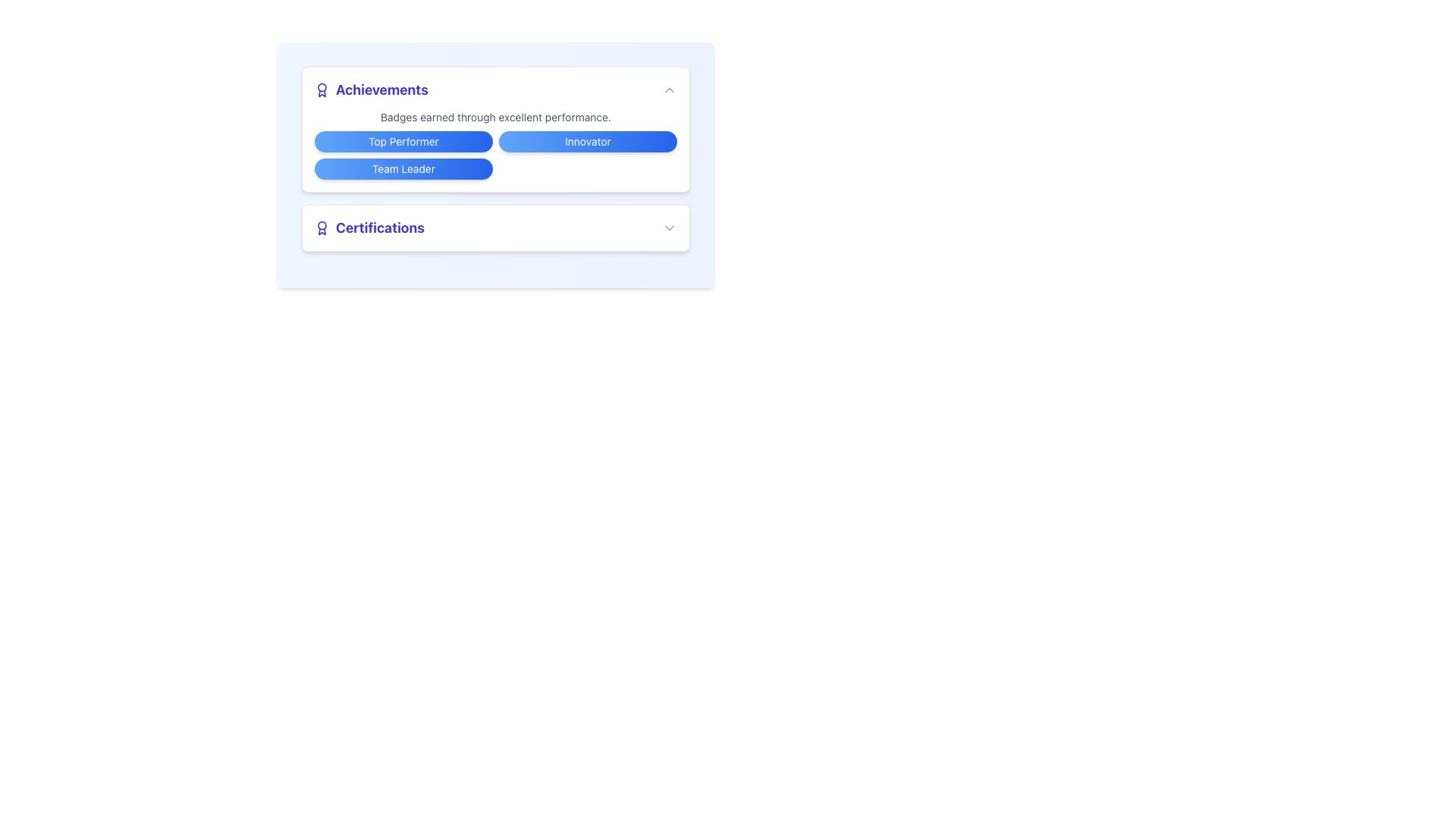 Image resolution: width=1456 pixels, height=819 pixels. I want to click on the decorative icon located to the left of the 'Achievements' text in the top-left corner of the 'Achievements' card, so click(322, 90).